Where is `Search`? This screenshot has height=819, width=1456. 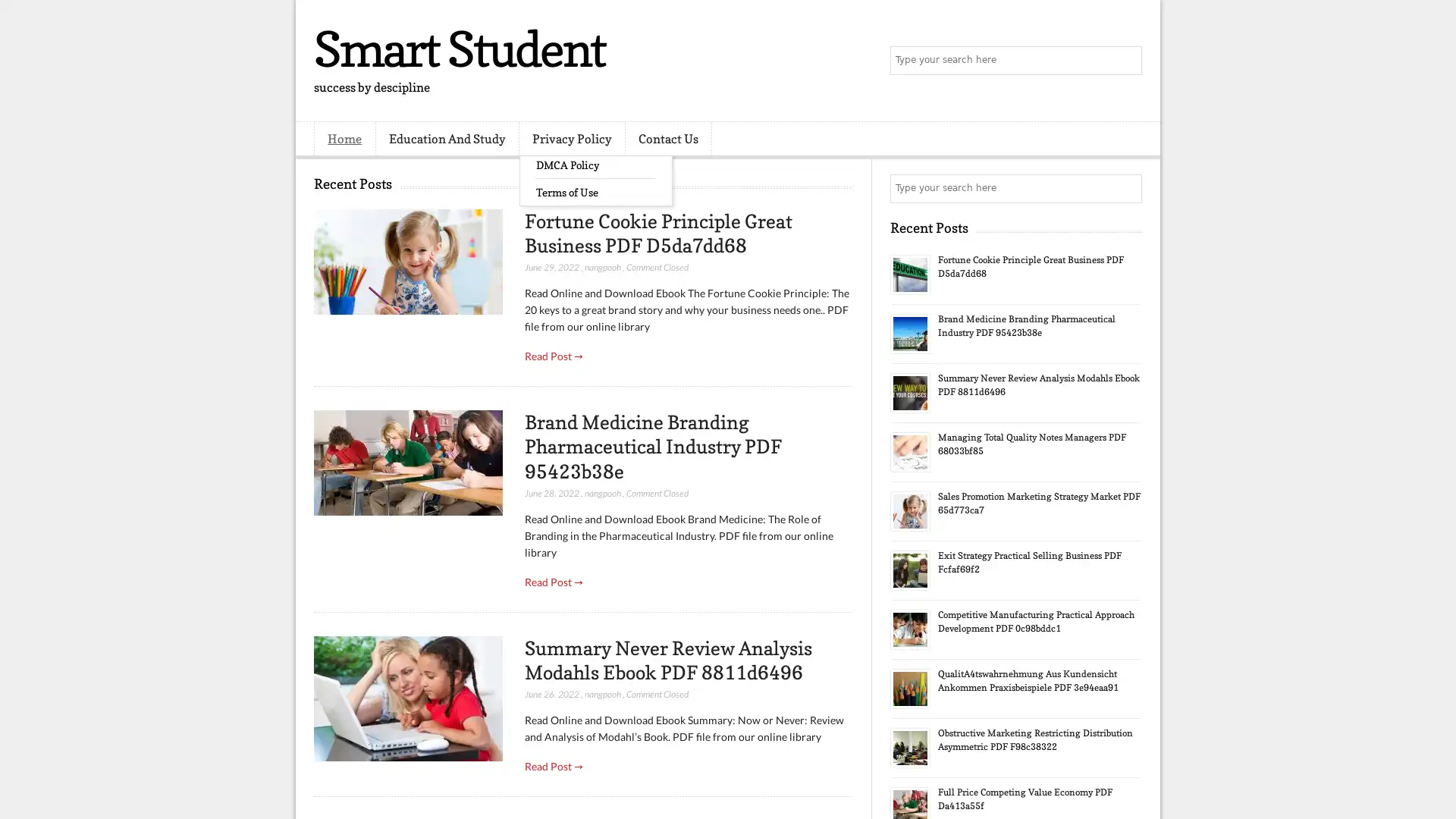 Search is located at coordinates (1126, 61).